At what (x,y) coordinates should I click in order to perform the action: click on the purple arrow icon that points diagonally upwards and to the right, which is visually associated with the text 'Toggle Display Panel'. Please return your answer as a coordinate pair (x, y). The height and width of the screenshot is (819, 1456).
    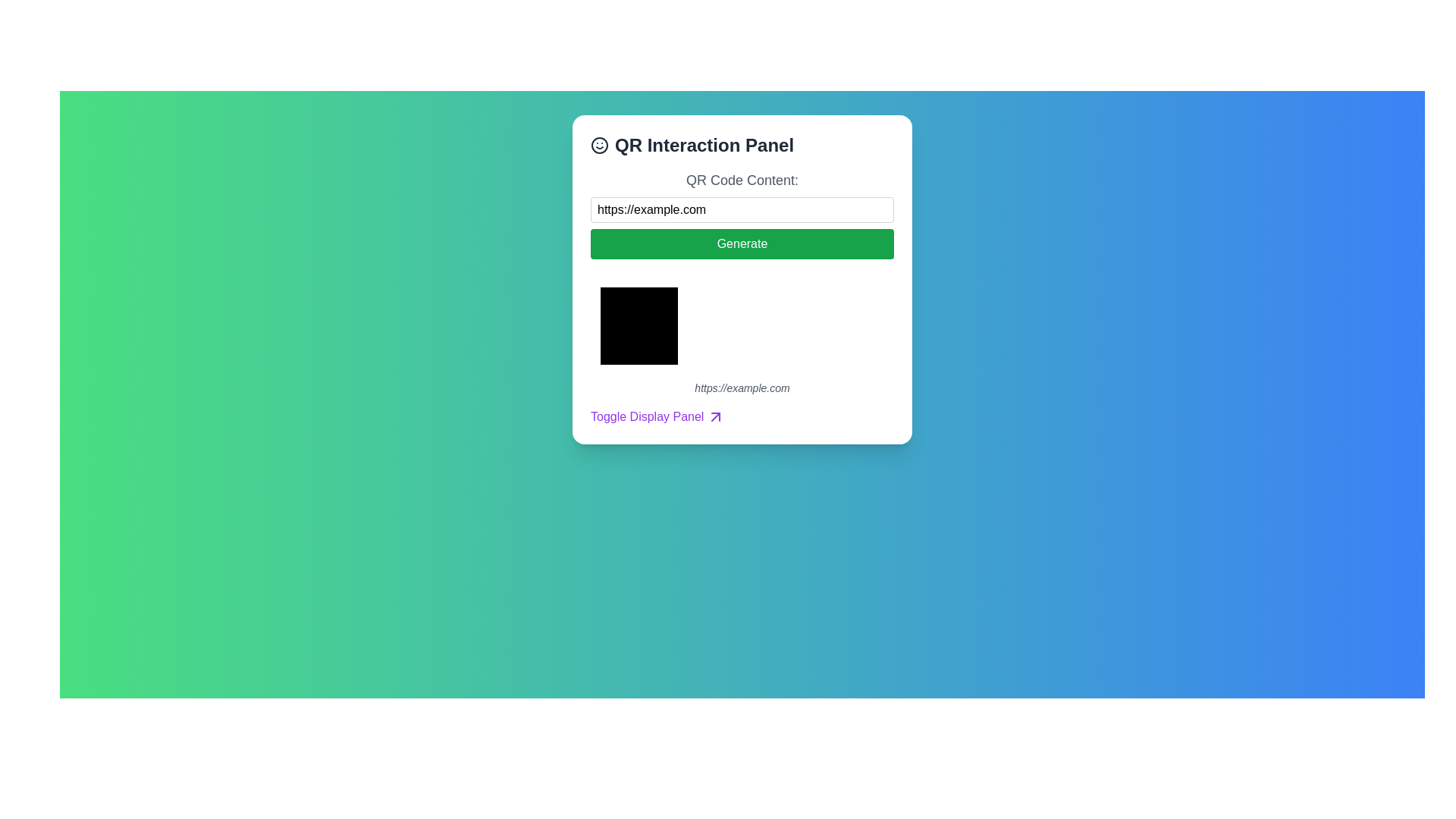
    Looking at the image, I should click on (715, 417).